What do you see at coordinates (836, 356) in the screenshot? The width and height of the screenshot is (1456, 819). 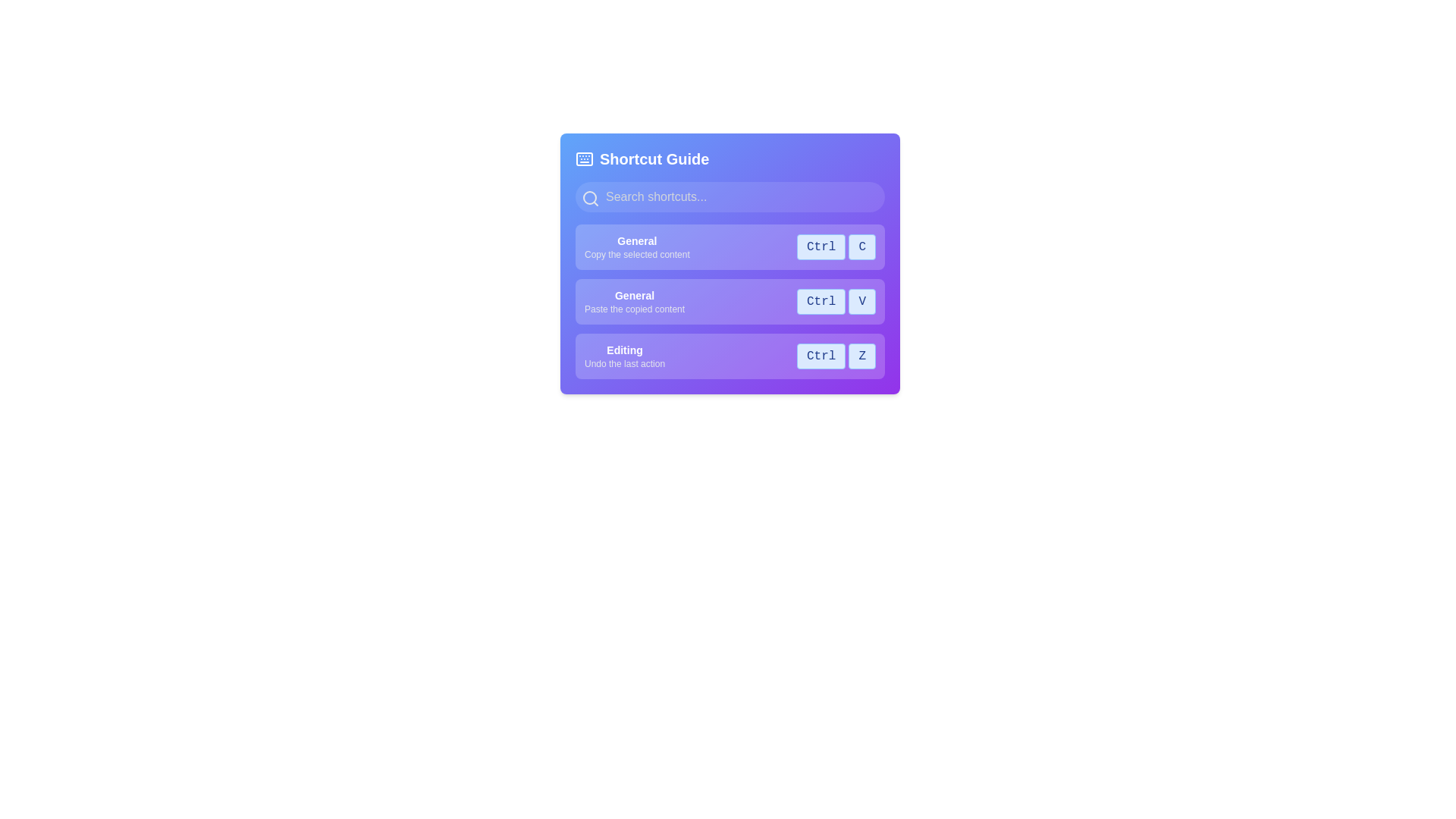 I see `text 'Ctrl' and 'Z' from the Keyboard Shortcut Display located in the bottom entry of the 'Shortcut Guide' panel, which is under the 'Editing' section` at bounding box center [836, 356].